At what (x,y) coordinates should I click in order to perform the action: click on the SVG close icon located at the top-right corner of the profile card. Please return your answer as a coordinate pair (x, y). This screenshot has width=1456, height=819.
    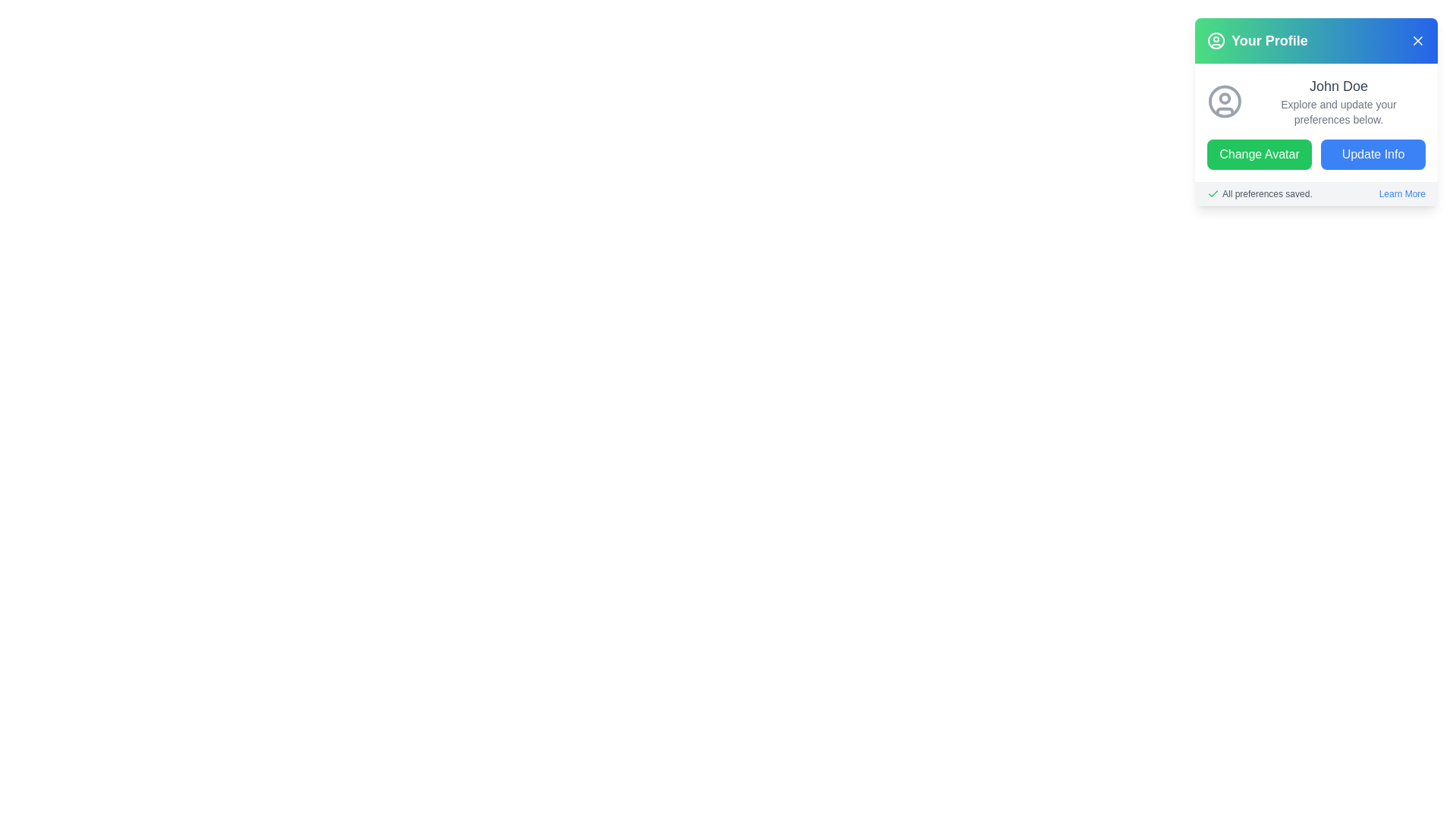
    Looking at the image, I should click on (1417, 40).